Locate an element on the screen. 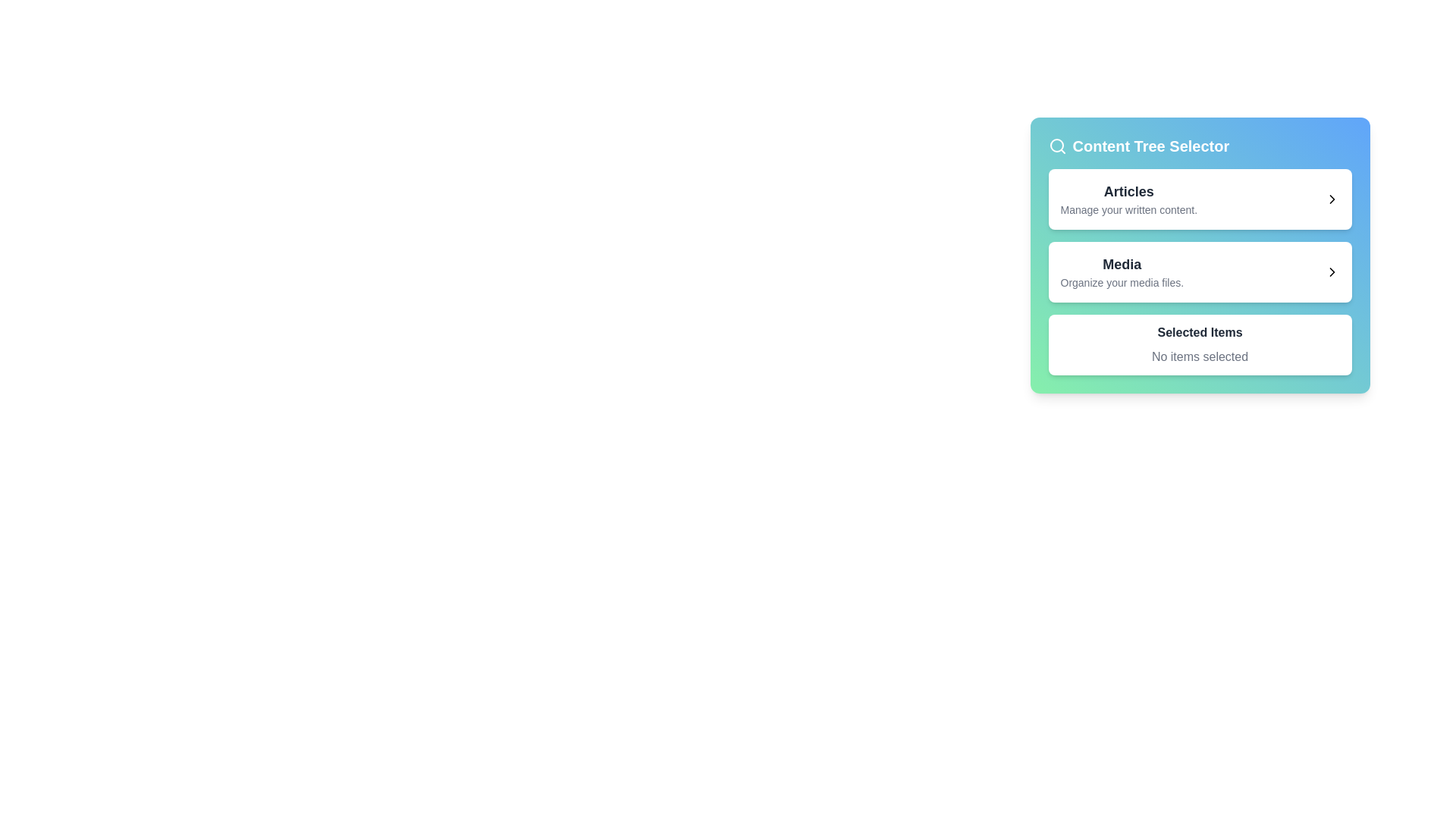 This screenshot has width=1456, height=819. the descriptive subtitle text label located beneath the 'Media' section, which serves as an explanation for that section is located at coordinates (1122, 283).